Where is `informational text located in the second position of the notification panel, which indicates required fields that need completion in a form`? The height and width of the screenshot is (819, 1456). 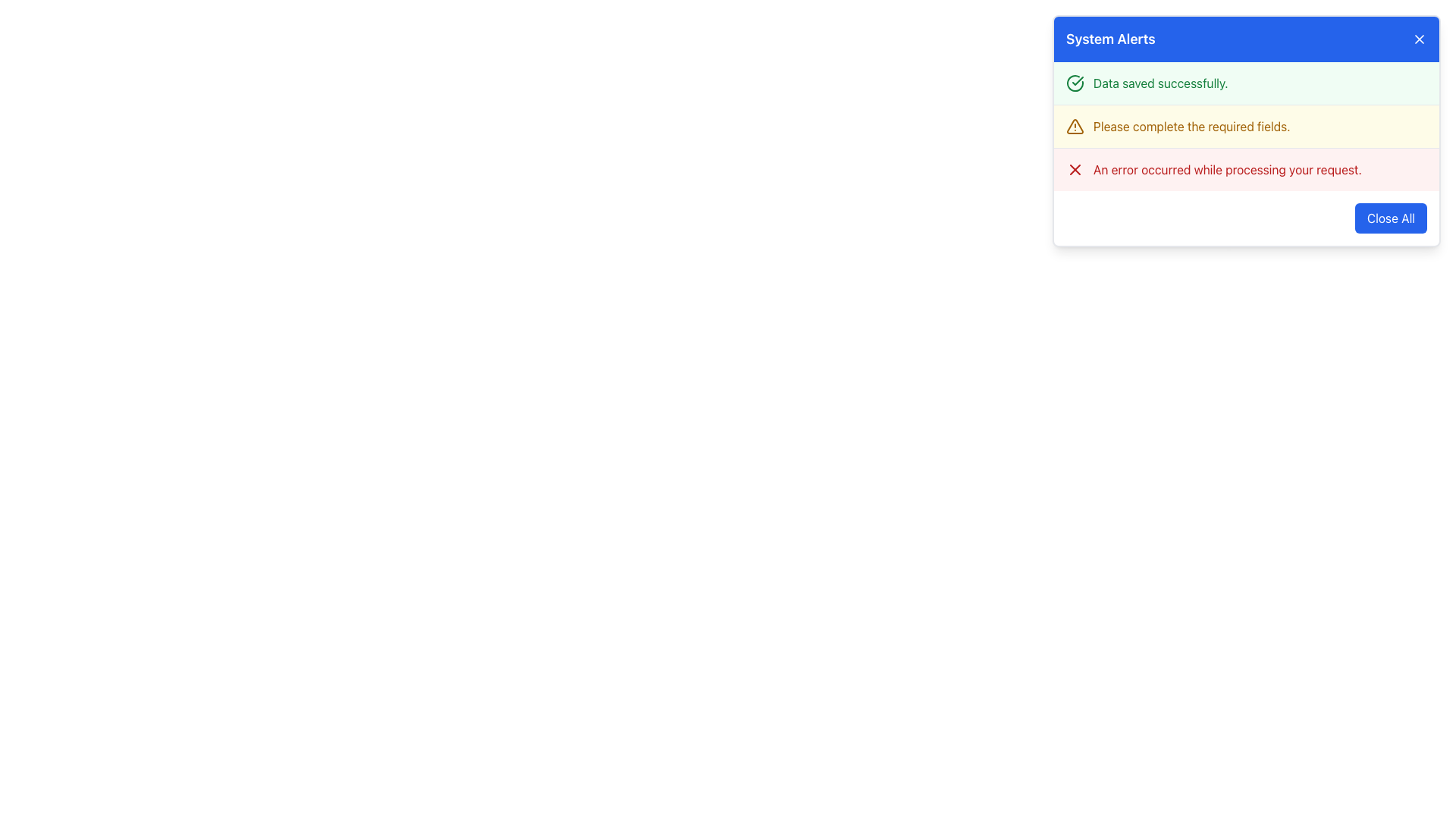 informational text located in the second position of the notification panel, which indicates required fields that need completion in a form is located at coordinates (1191, 125).